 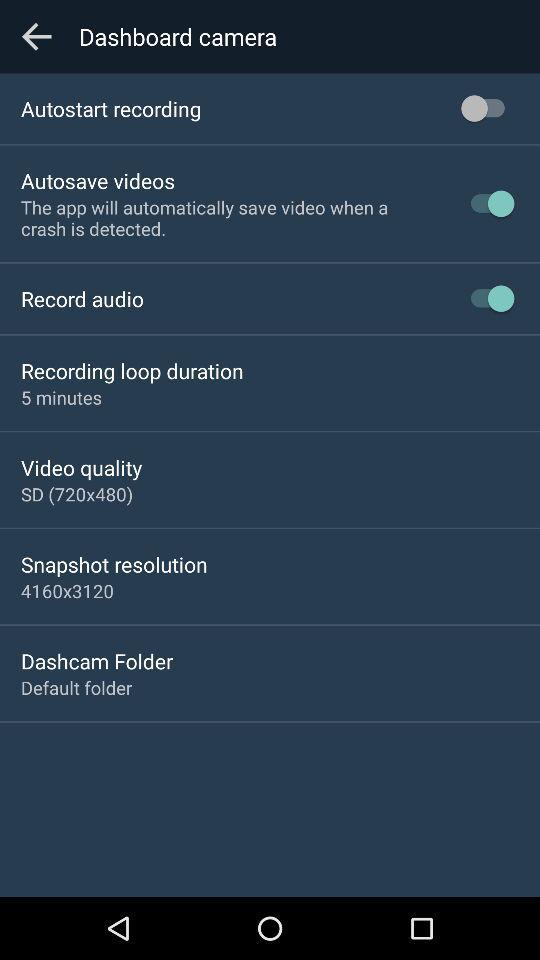 What do you see at coordinates (114, 564) in the screenshot?
I see `item above the 4160x3120 icon` at bounding box center [114, 564].